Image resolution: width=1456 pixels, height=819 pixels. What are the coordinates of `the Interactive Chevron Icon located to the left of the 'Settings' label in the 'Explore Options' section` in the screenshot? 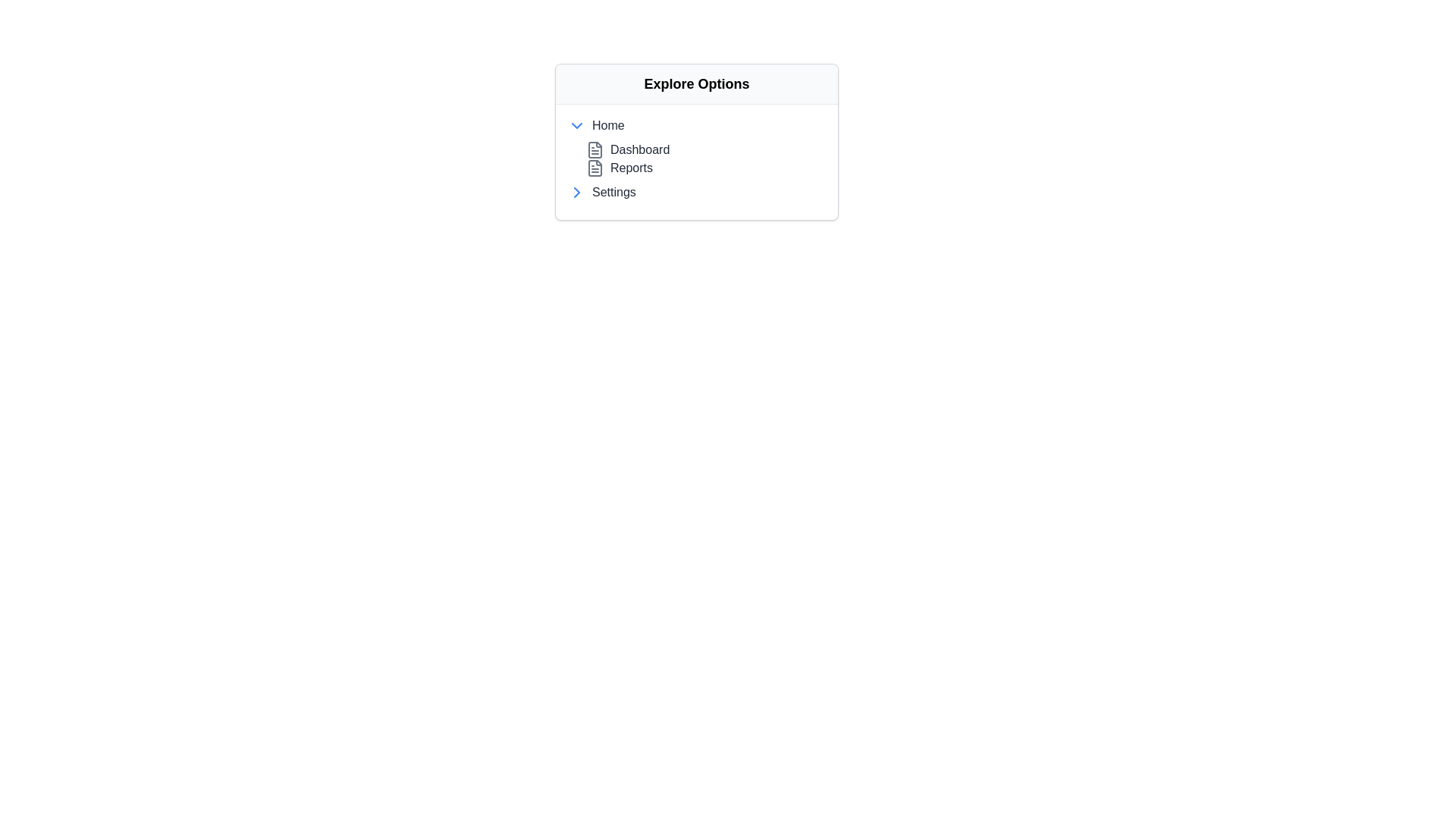 It's located at (576, 192).